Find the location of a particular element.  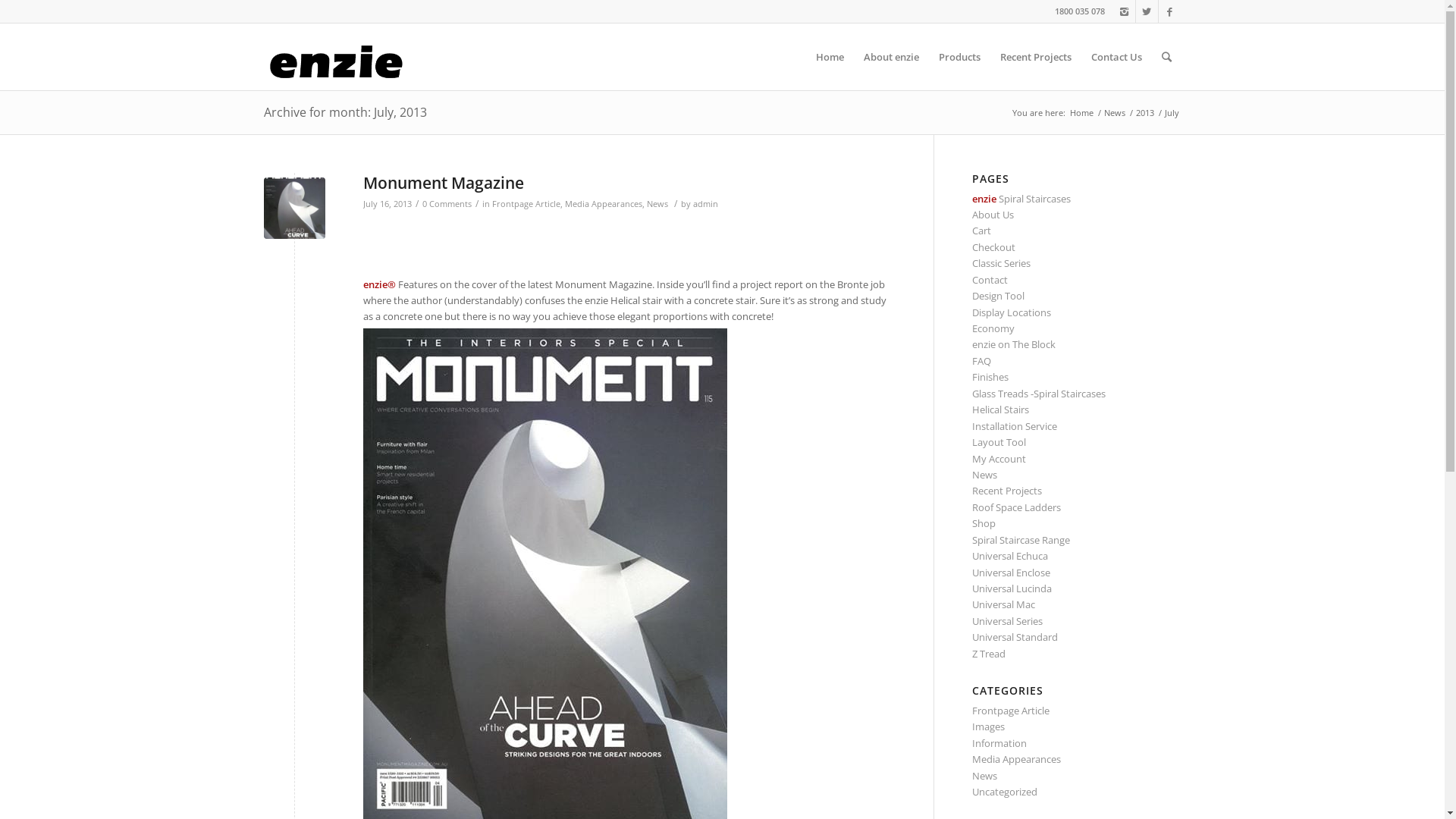

'Cart' is located at coordinates (981, 231).